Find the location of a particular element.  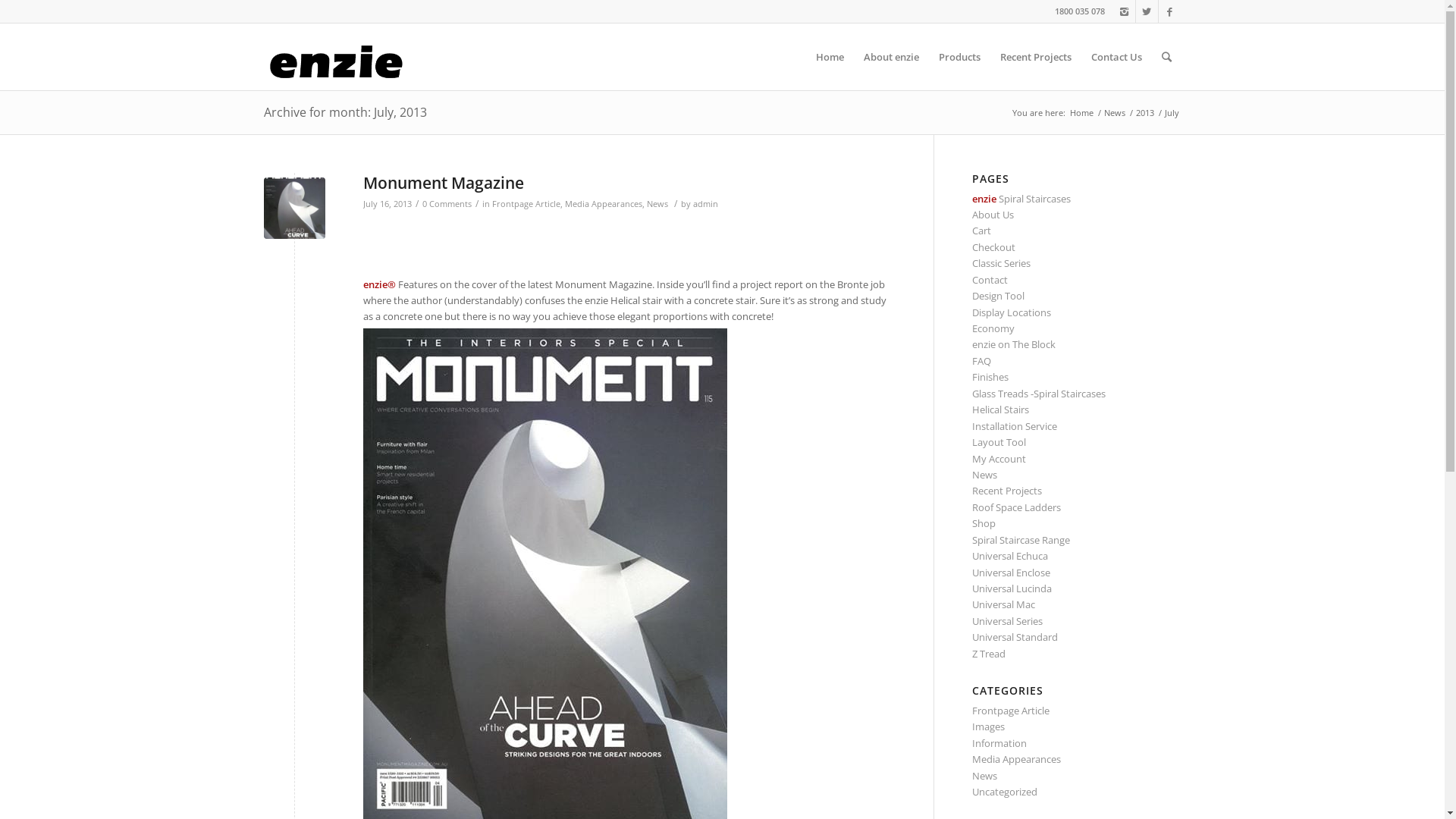

'Cart' is located at coordinates (981, 231).